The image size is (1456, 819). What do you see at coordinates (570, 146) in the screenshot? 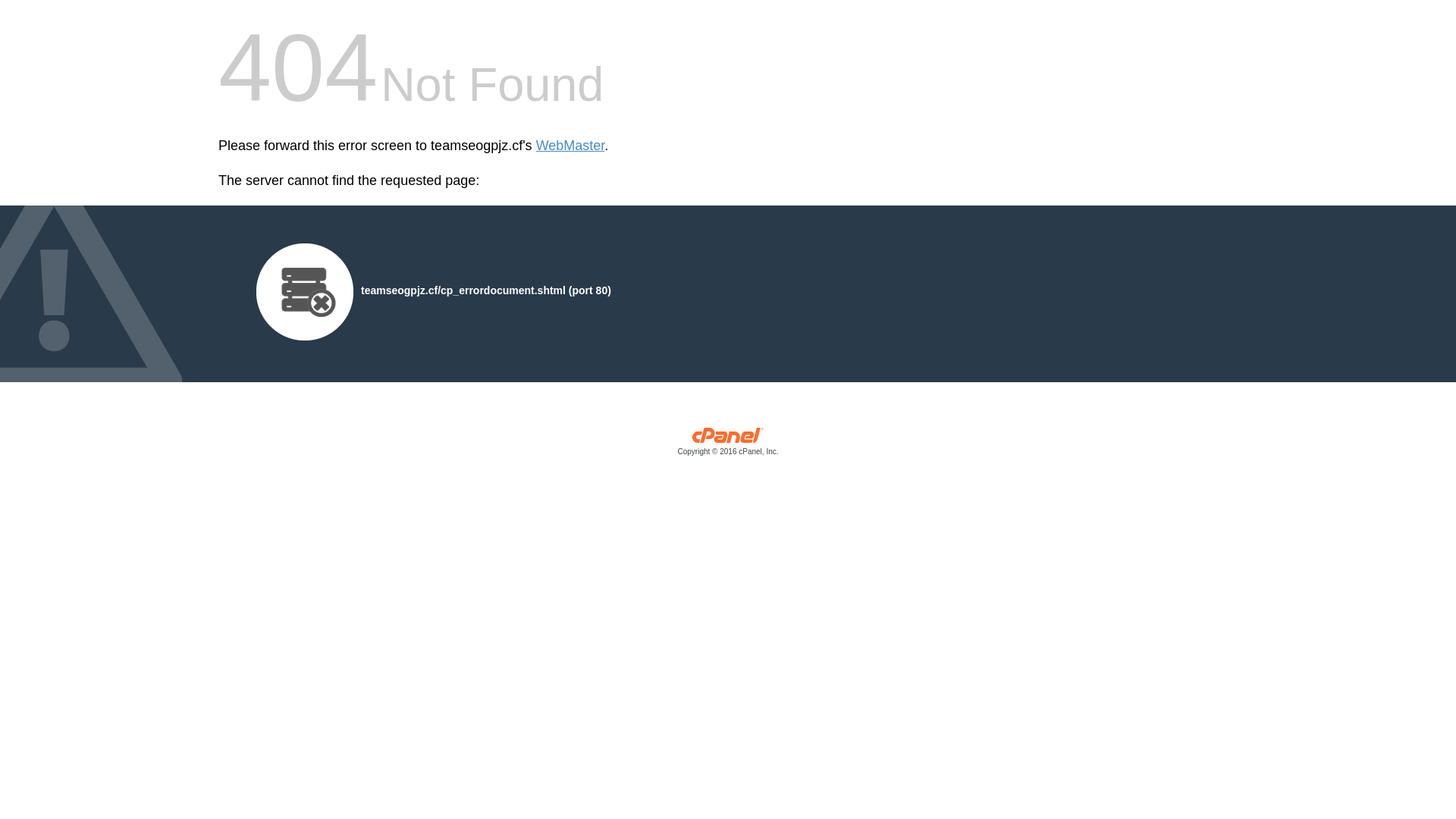
I see `'WebMaster'` at bounding box center [570, 146].